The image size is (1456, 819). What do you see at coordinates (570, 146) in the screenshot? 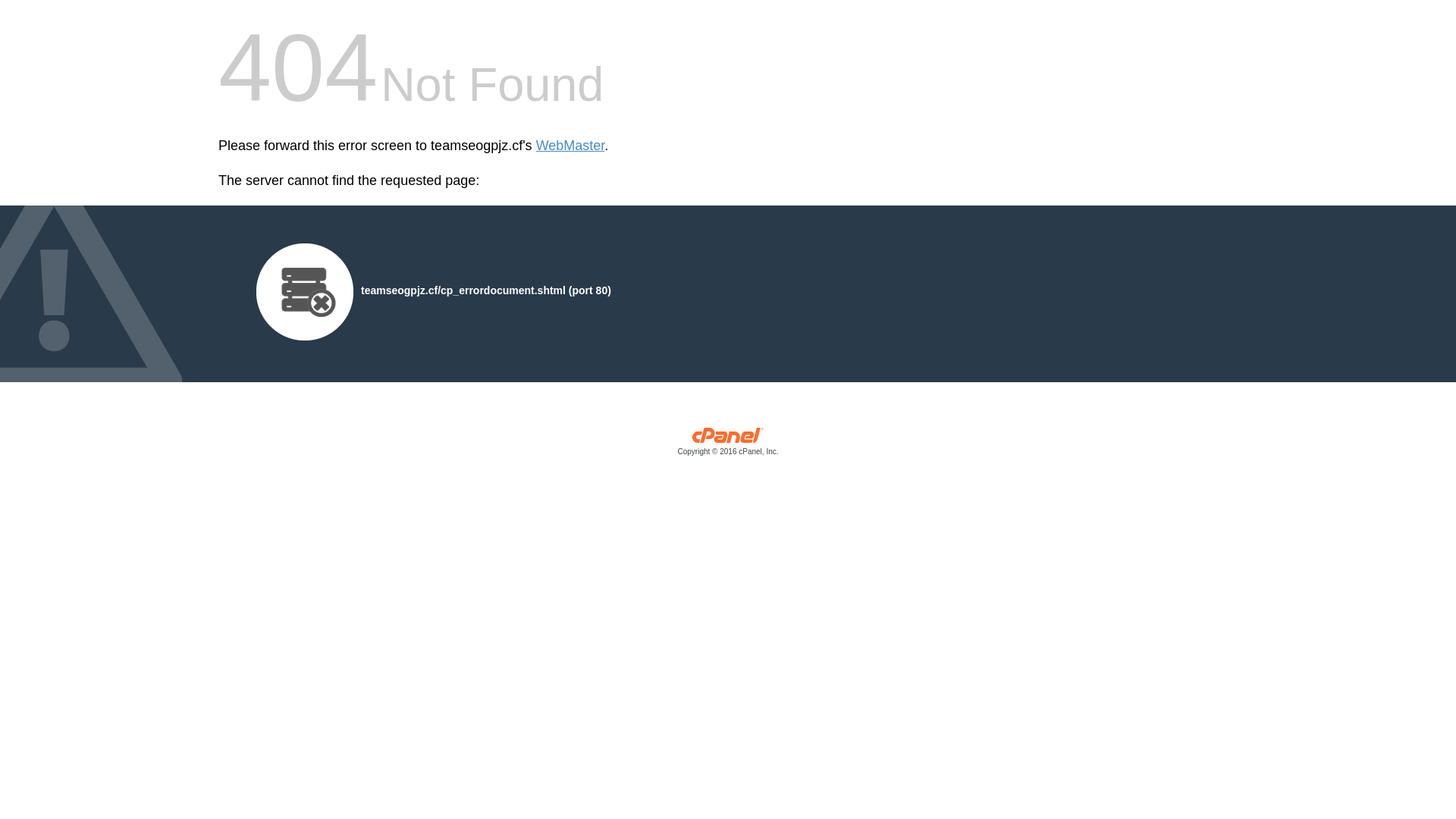
I see `'WebMaster'` at bounding box center [570, 146].